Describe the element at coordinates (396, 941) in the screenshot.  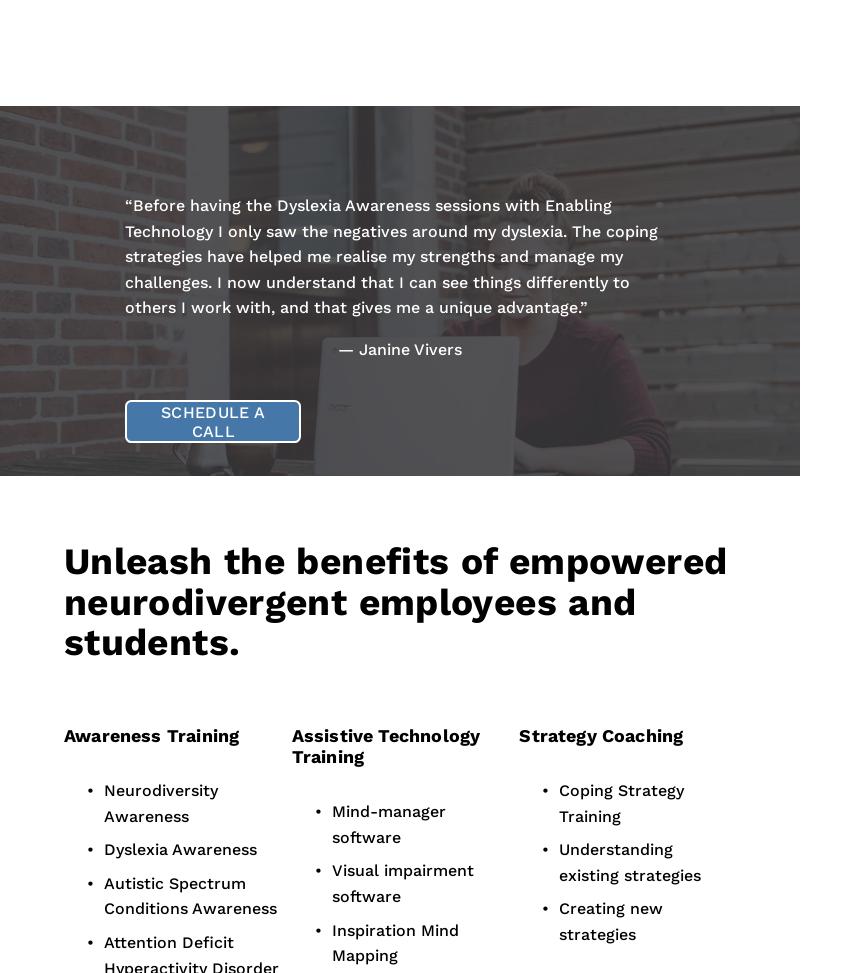
I see `'Inspiration Mind Mapping'` at that location.